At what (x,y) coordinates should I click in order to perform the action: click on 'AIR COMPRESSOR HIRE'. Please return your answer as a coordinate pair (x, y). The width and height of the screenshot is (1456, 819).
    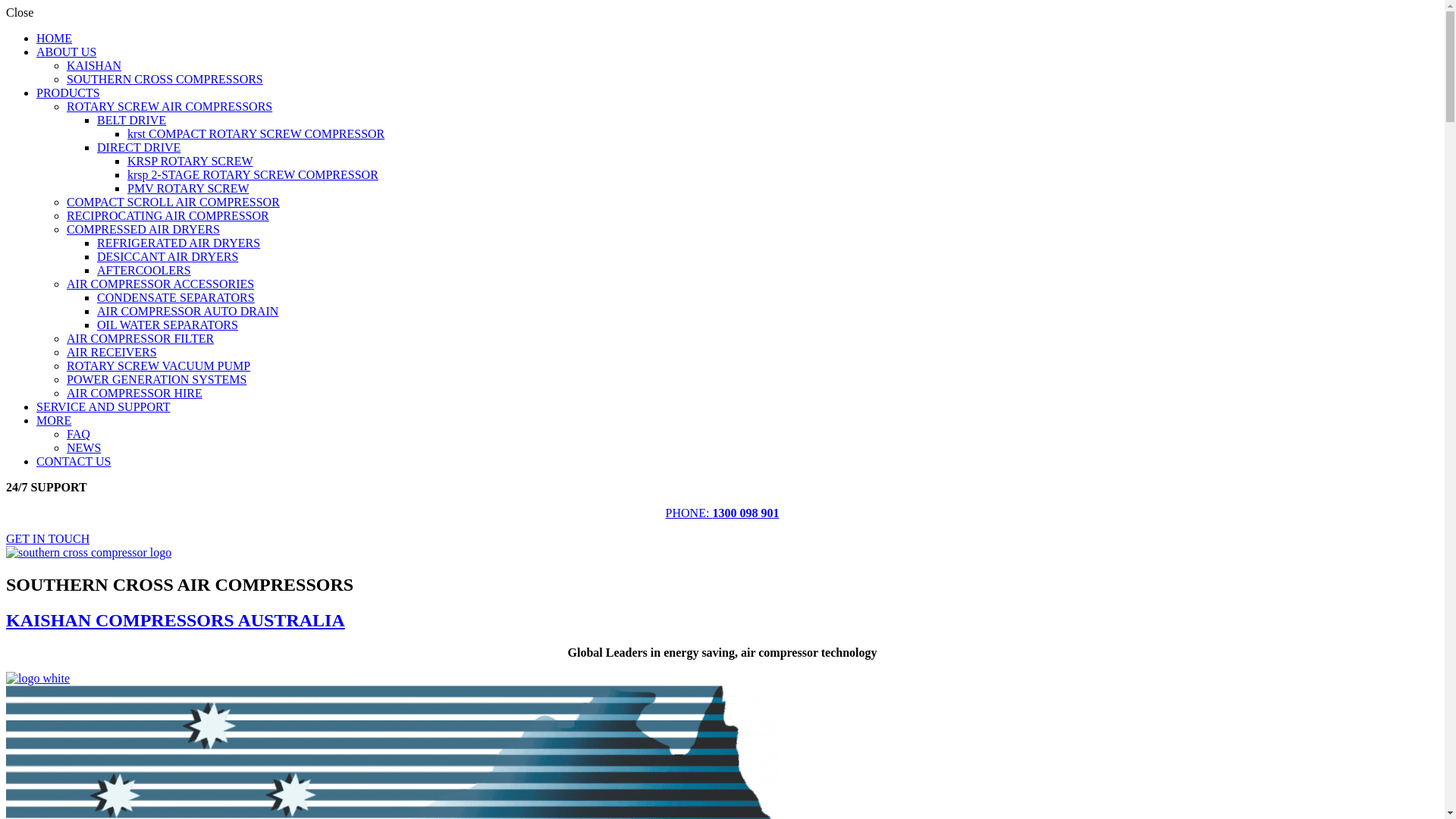
    Looking at the image, I should click on (134, 392).